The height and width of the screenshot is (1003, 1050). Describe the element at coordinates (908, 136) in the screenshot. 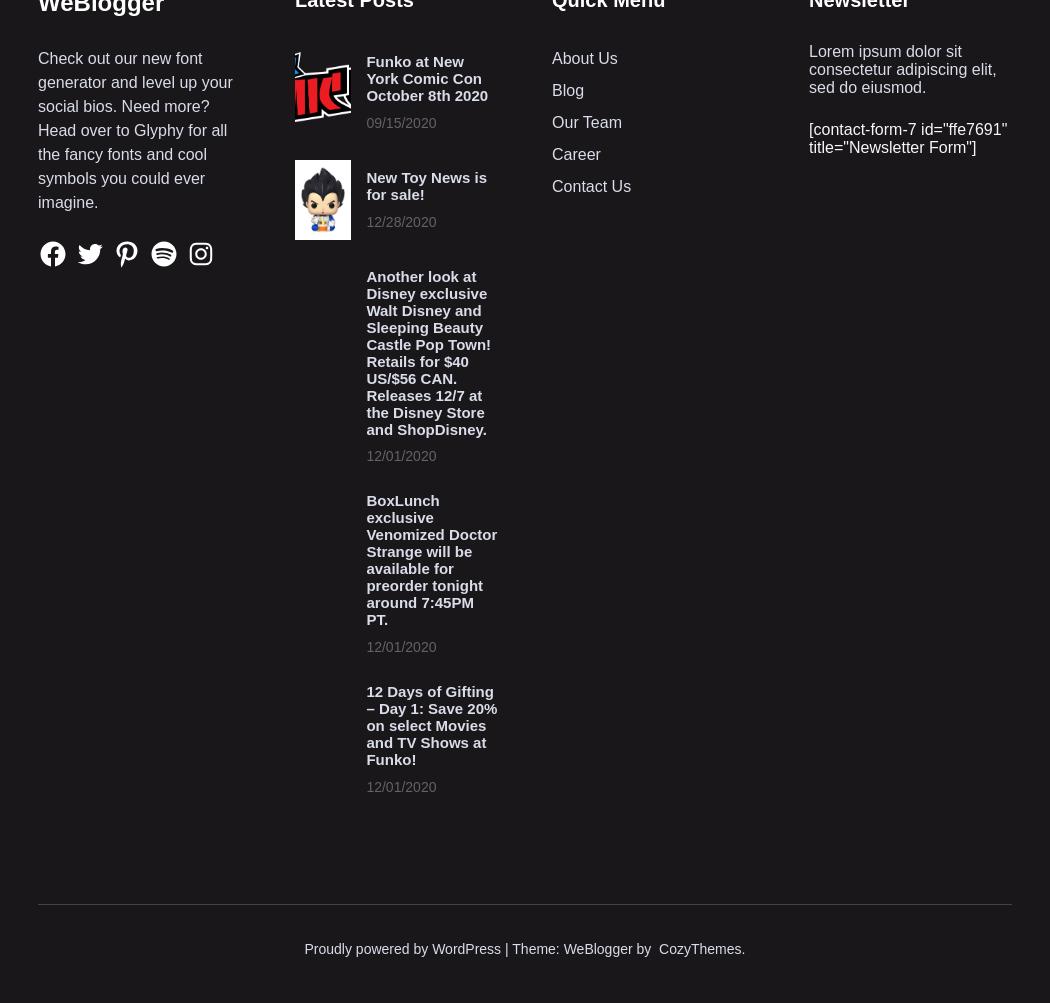

I see `'[contact-form-7 id="ffe7691" title="Newsletter Form"]'` at that location.